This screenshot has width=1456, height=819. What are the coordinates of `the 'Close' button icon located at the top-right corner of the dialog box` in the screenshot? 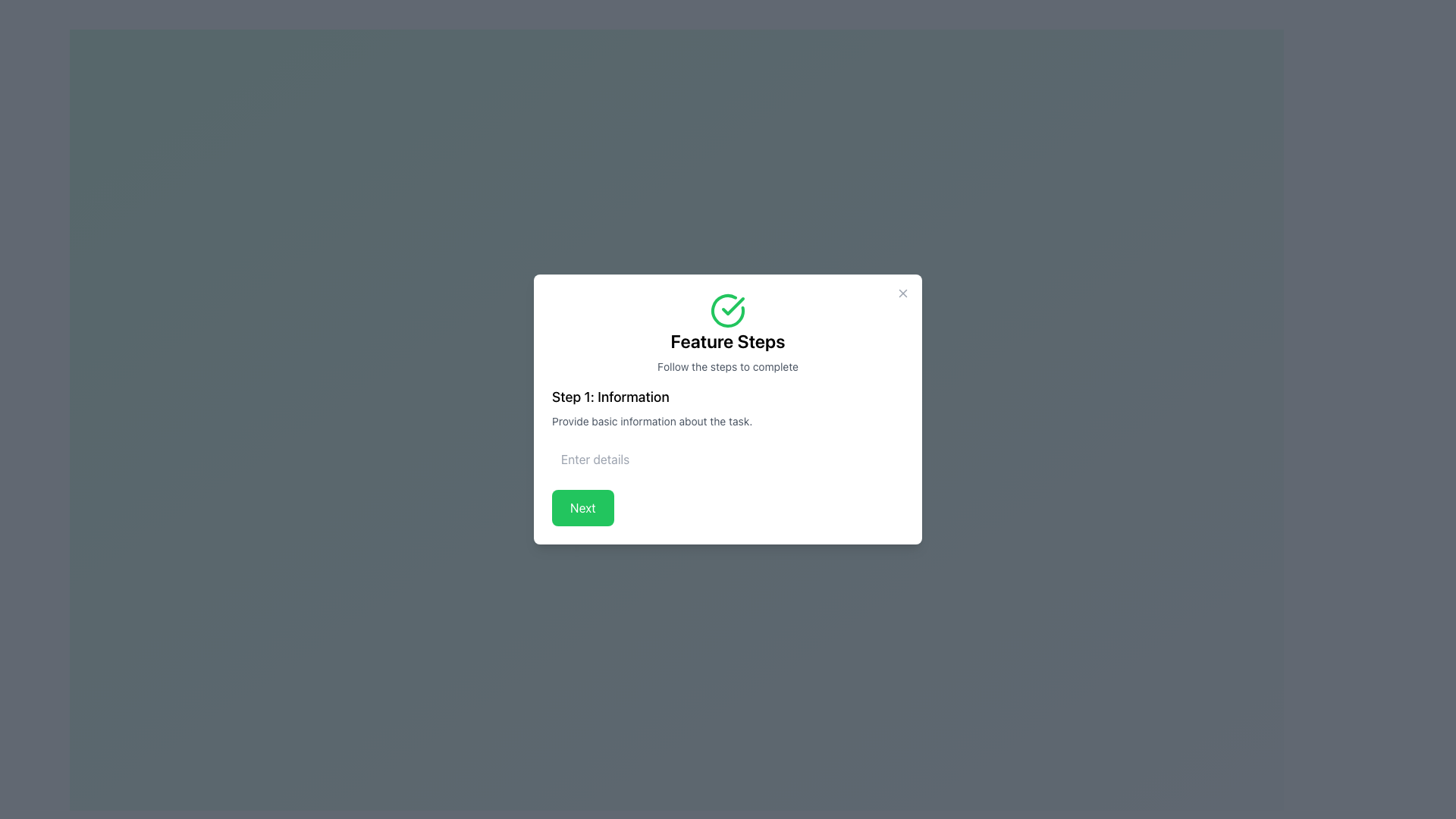 It's located at (902, 293).